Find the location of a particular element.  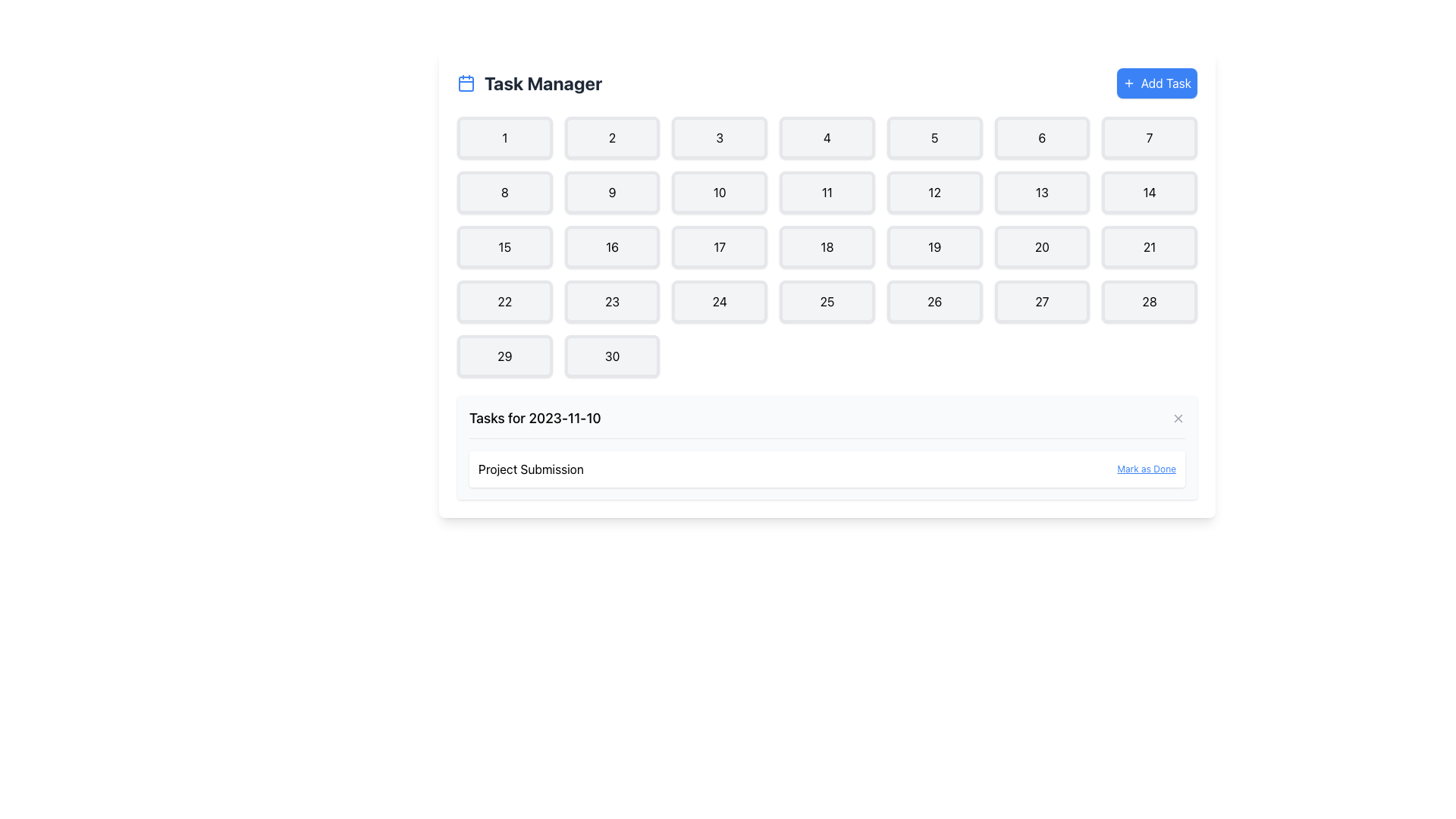

the rectangular button with a light gray background that contains the number '10' centered in black text, located in the second row and third column of the grid is located at coordinates (719, 192).